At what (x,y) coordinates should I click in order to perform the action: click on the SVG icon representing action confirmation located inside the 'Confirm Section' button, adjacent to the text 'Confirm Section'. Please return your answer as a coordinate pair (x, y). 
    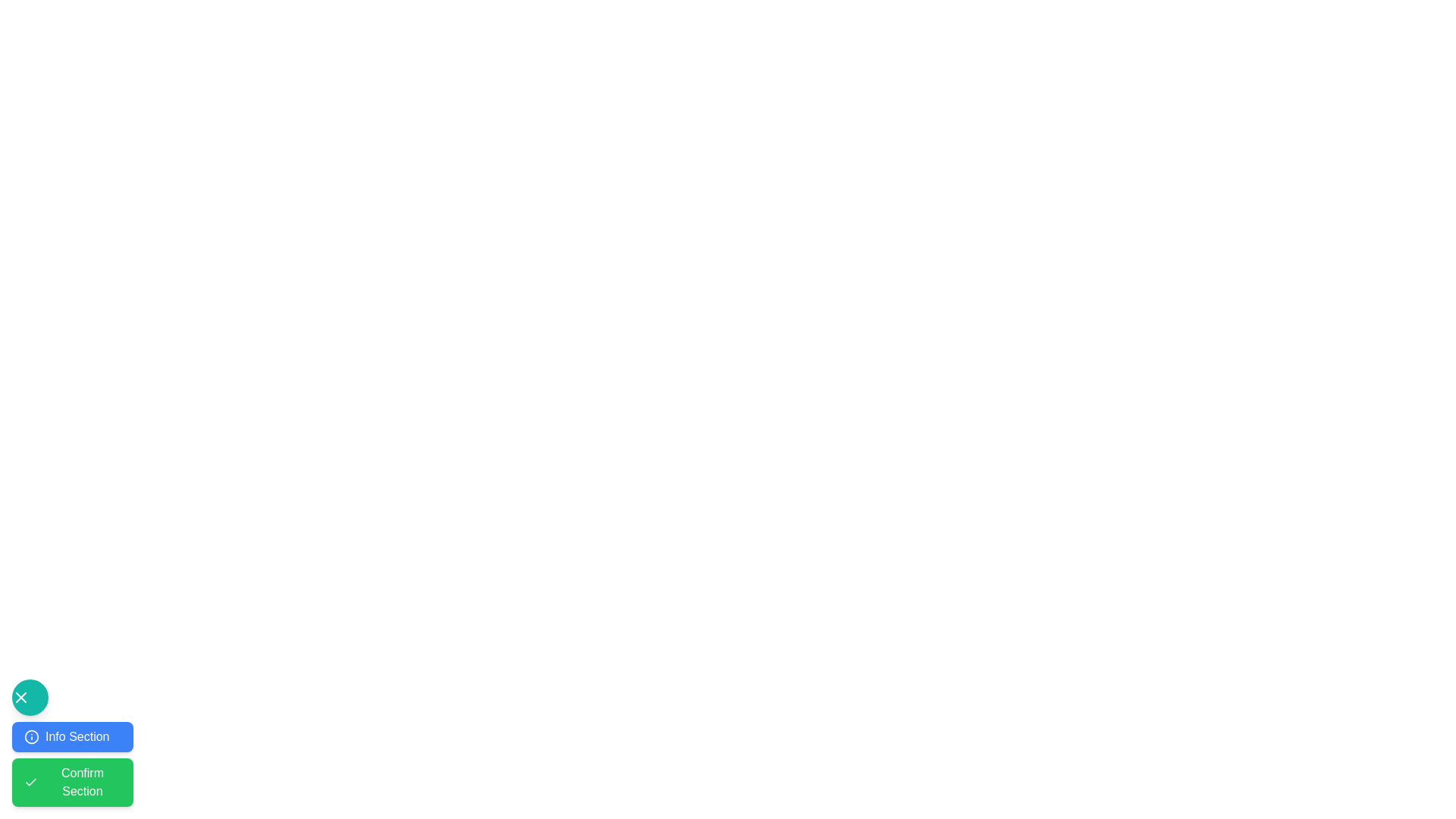
    Looking at the image, I should click on (30, 783).